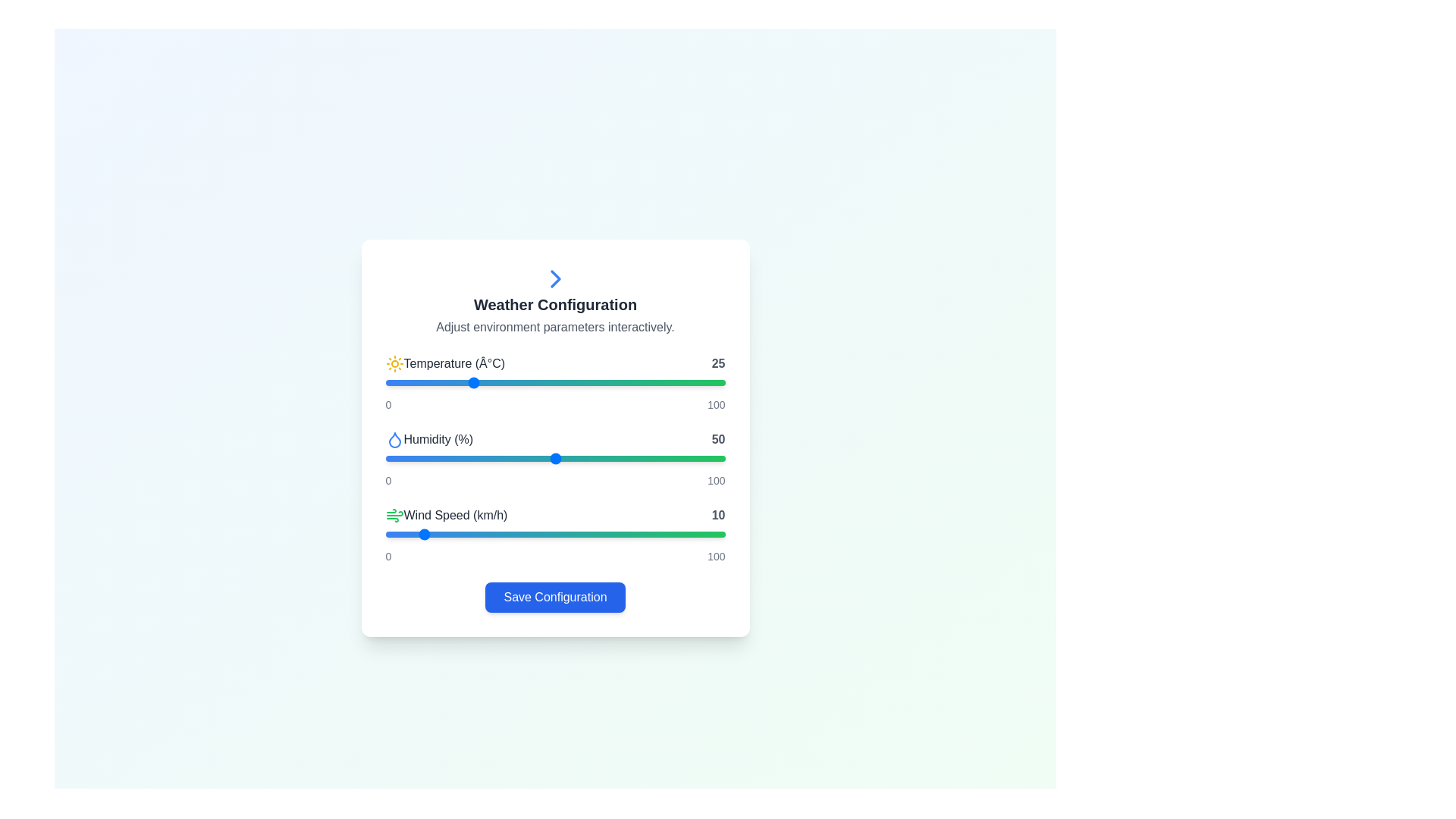  Describe the element at coordinates (394, 514) in the screenshot. I see `the wind motif icon located to the left of the 'Wind Speed (km/h)' text in the 'Weather Configuration' card` at that location.